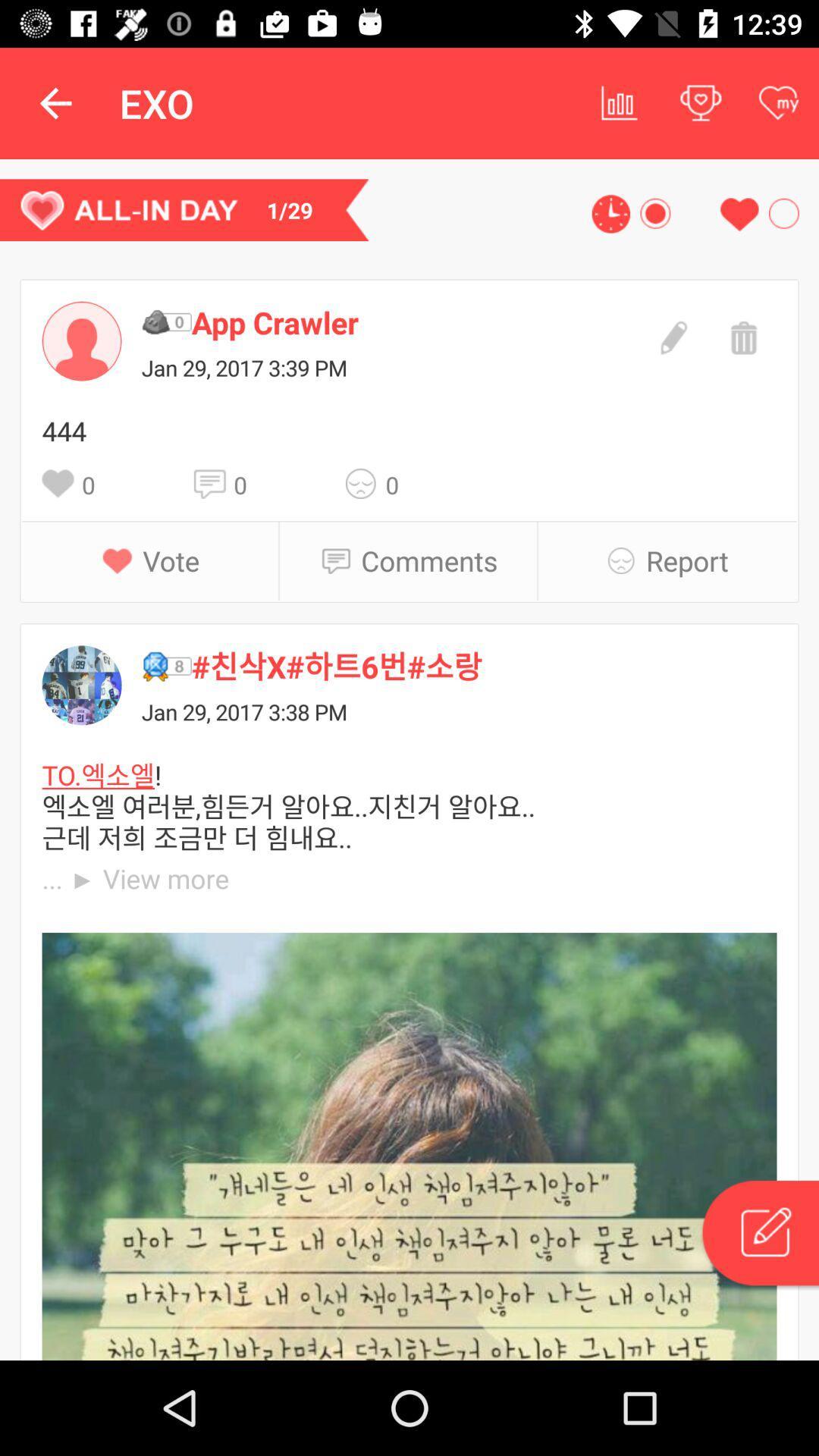 The image size is (819, 1456). What do you see at coordinates (741, 335) in the screenshot?
I see `delete entry` at bounding box center [741, 335].